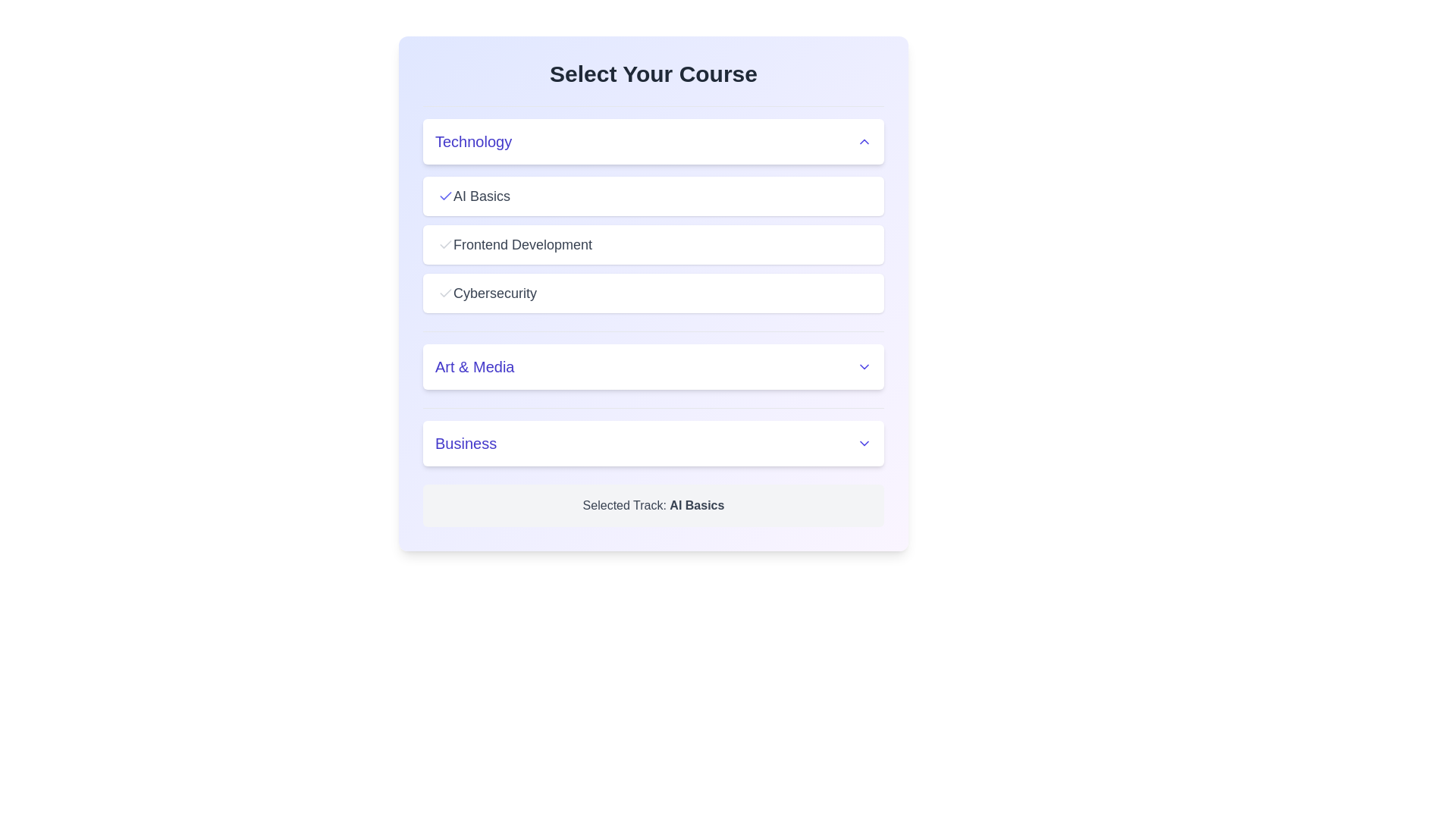  I want to click on the 'Cybersecurity' text label within the third item of the 'Technology' section in the course selection menu, so click(494, 293).